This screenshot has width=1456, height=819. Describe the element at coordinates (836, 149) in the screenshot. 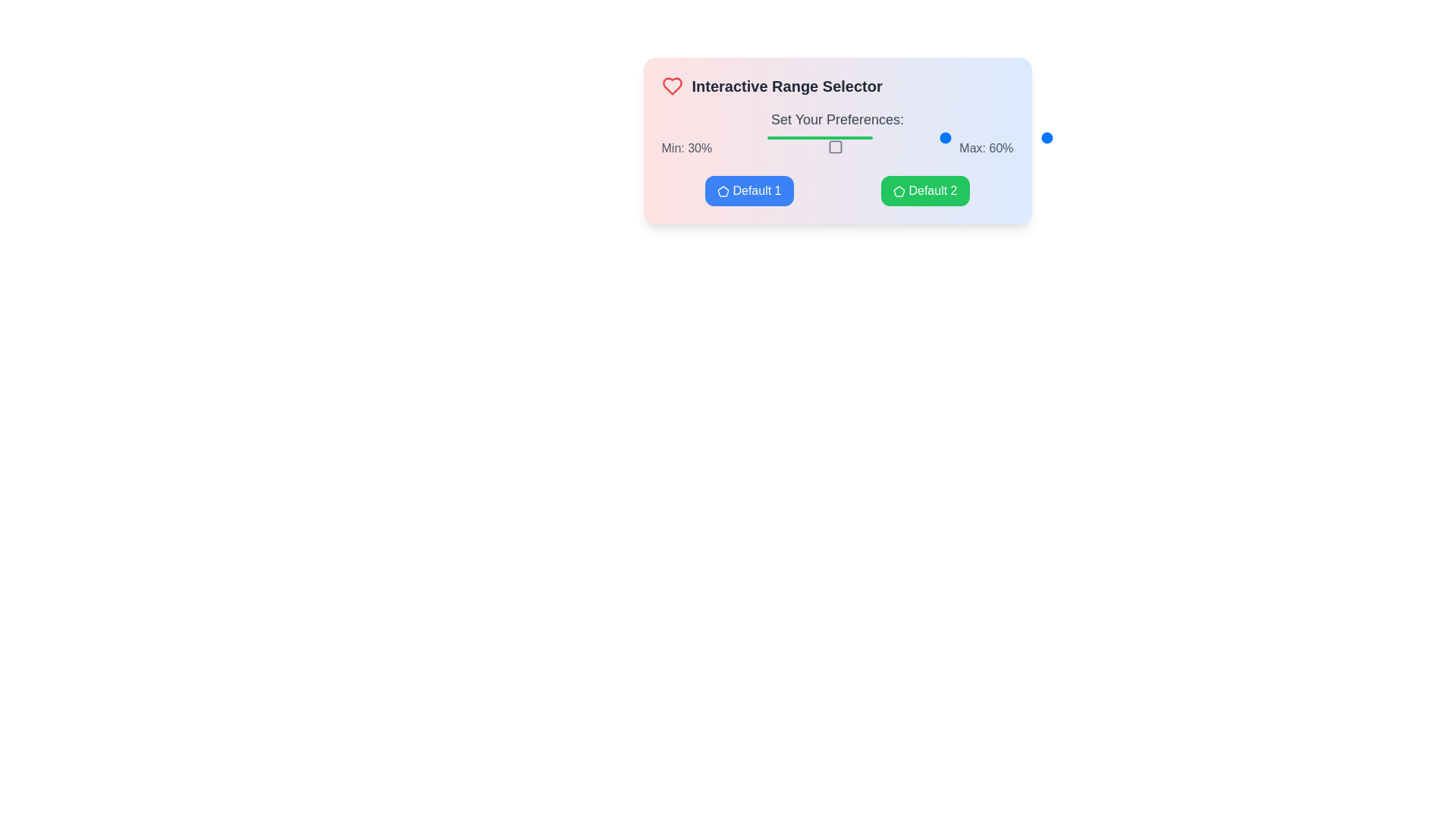

I see `the Text label displaying 'Min: 30%Max: 60%' with a graphical icon in the middle, located beneath the heading 'Set Your Preferences:'` at that location.